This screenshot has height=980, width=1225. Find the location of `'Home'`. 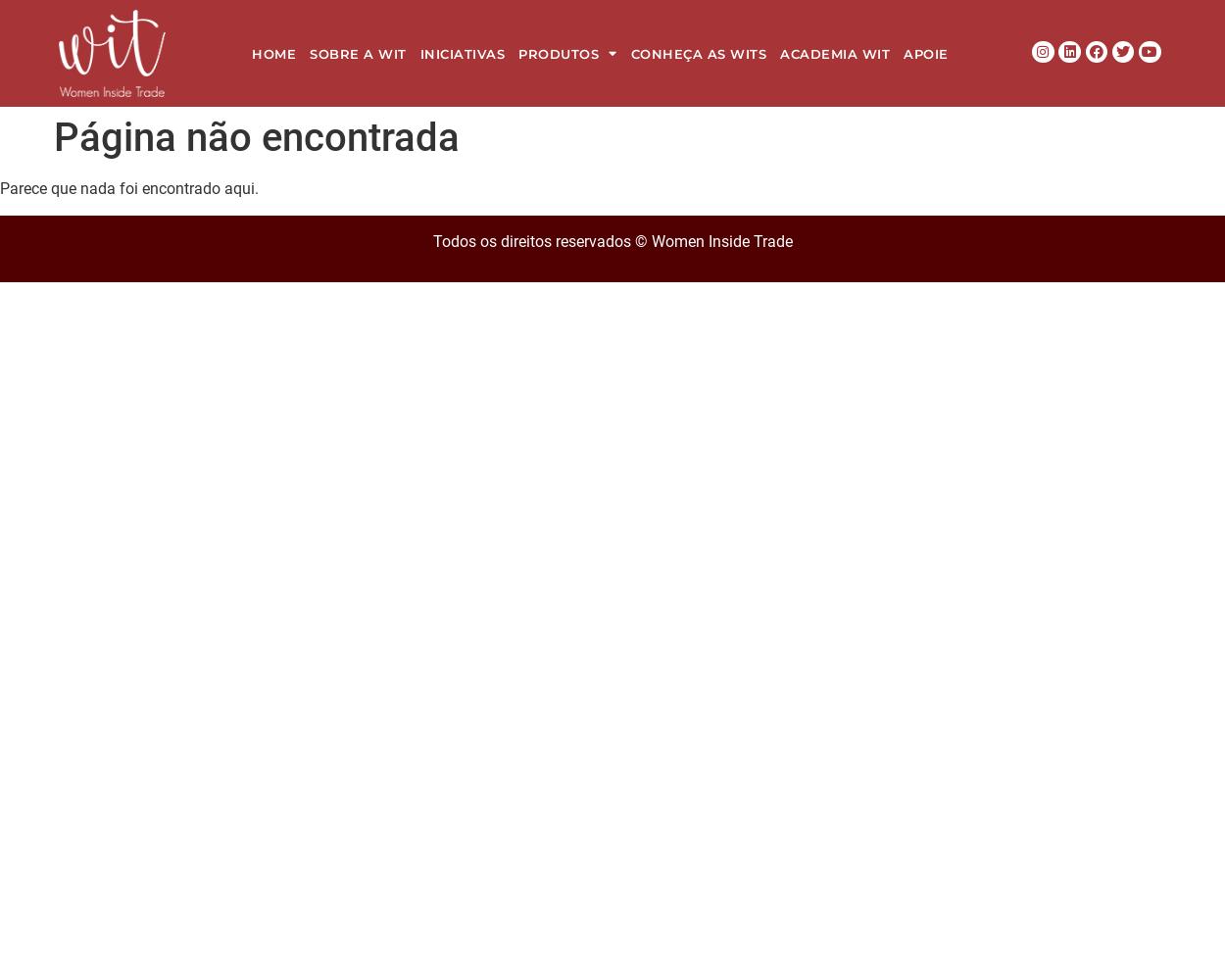

'Home' is located at coordinates (273, 53).